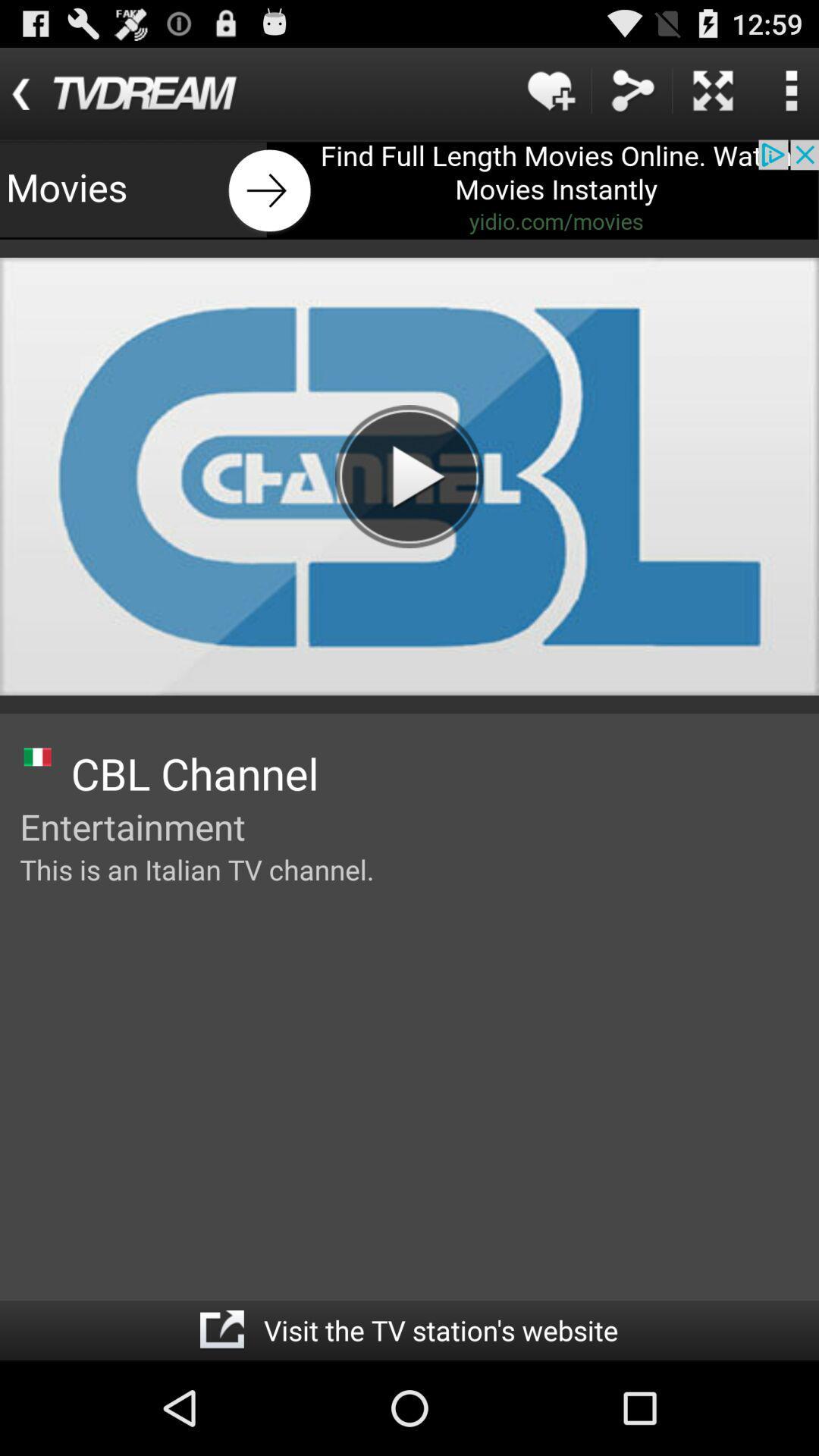  Describe the element at coordinates (790, 89) in the screenshot. I see `access settings` at that location.